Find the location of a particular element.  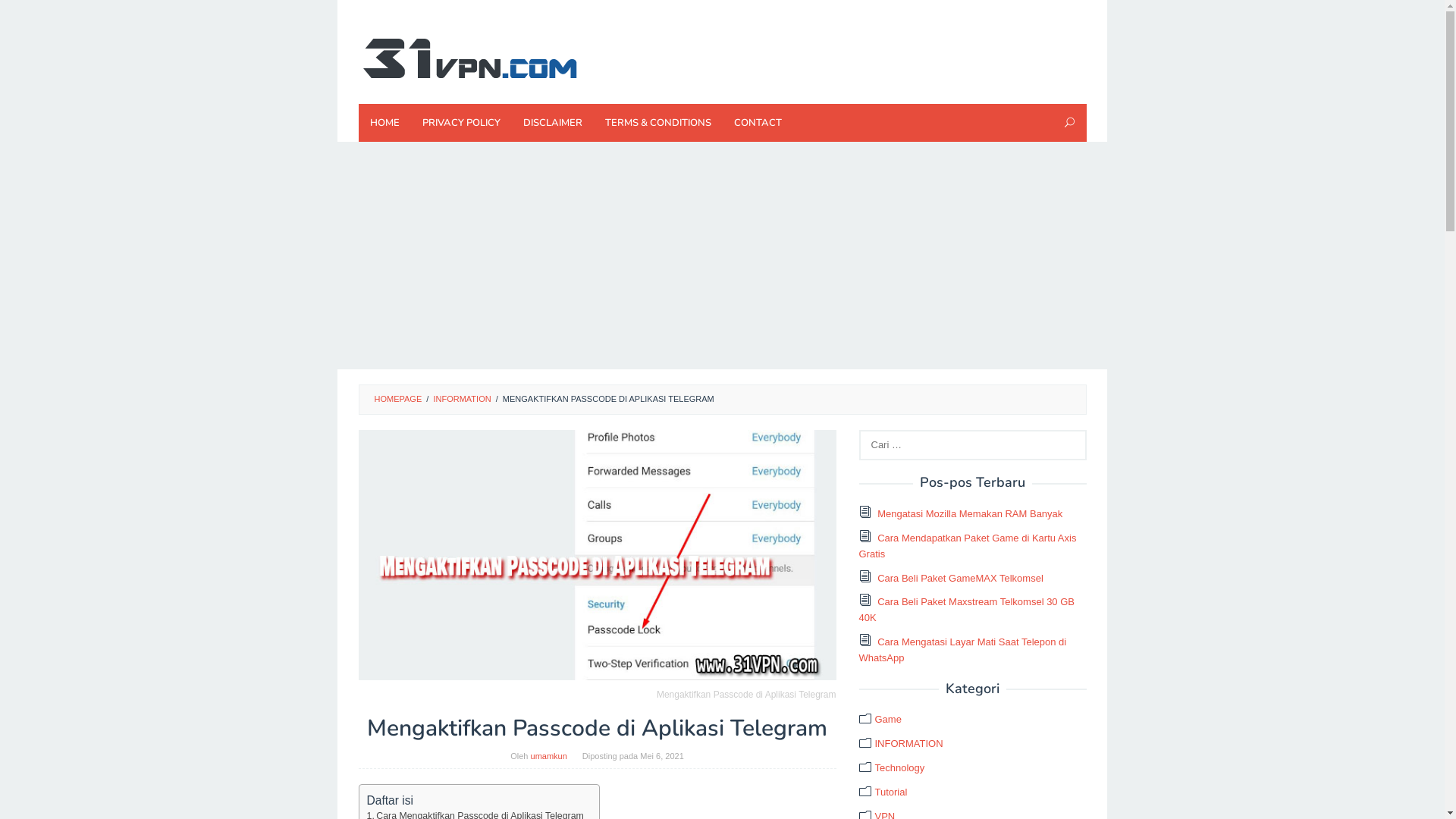

'DISCLAIMER' is located at coordinates (551, 122).